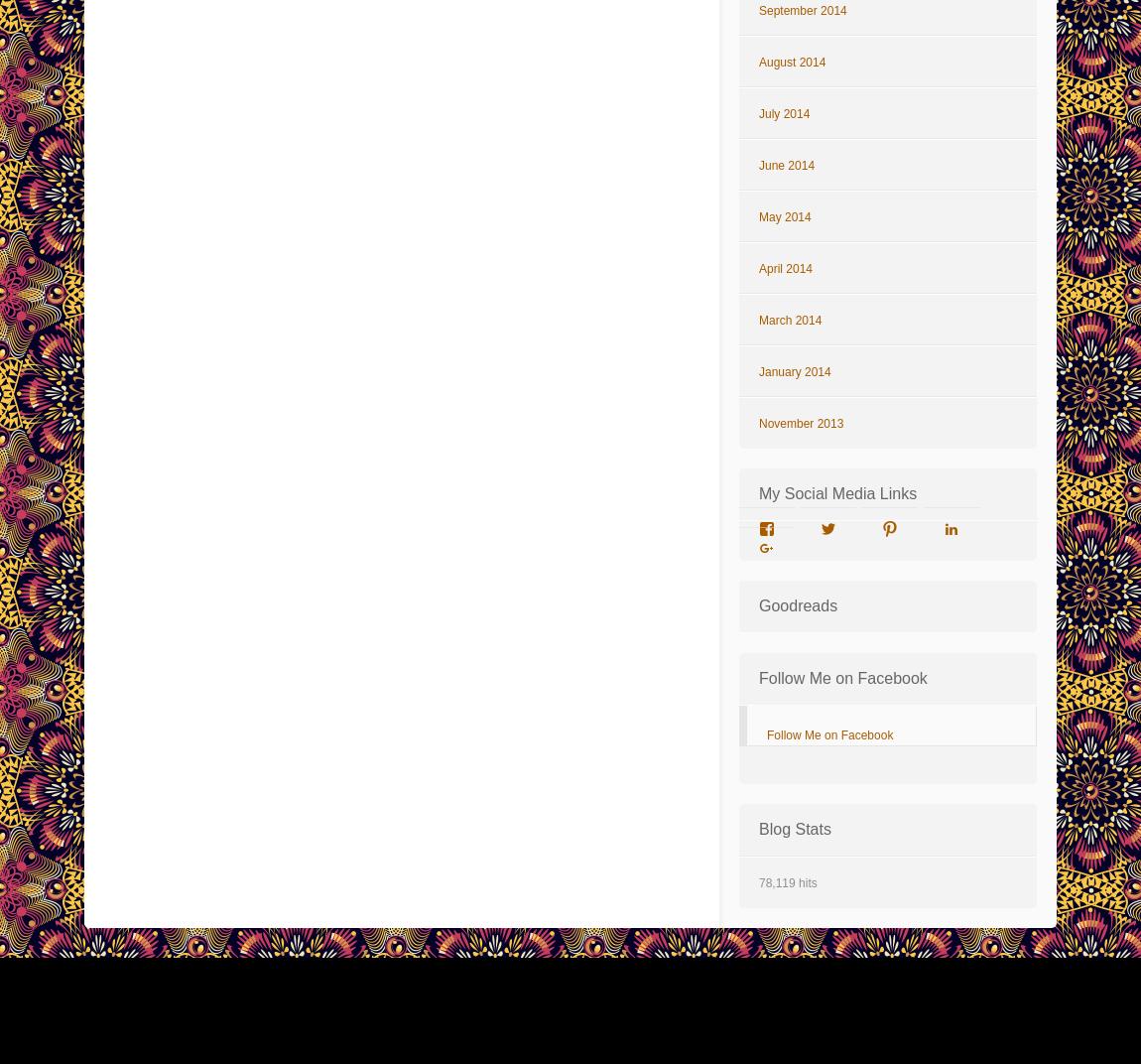 The width and height of the screenshot is (1141, 1064). Describe the element at coordinates (786, 882) in the screenshot. I see `'78,119 hits'` at that location.